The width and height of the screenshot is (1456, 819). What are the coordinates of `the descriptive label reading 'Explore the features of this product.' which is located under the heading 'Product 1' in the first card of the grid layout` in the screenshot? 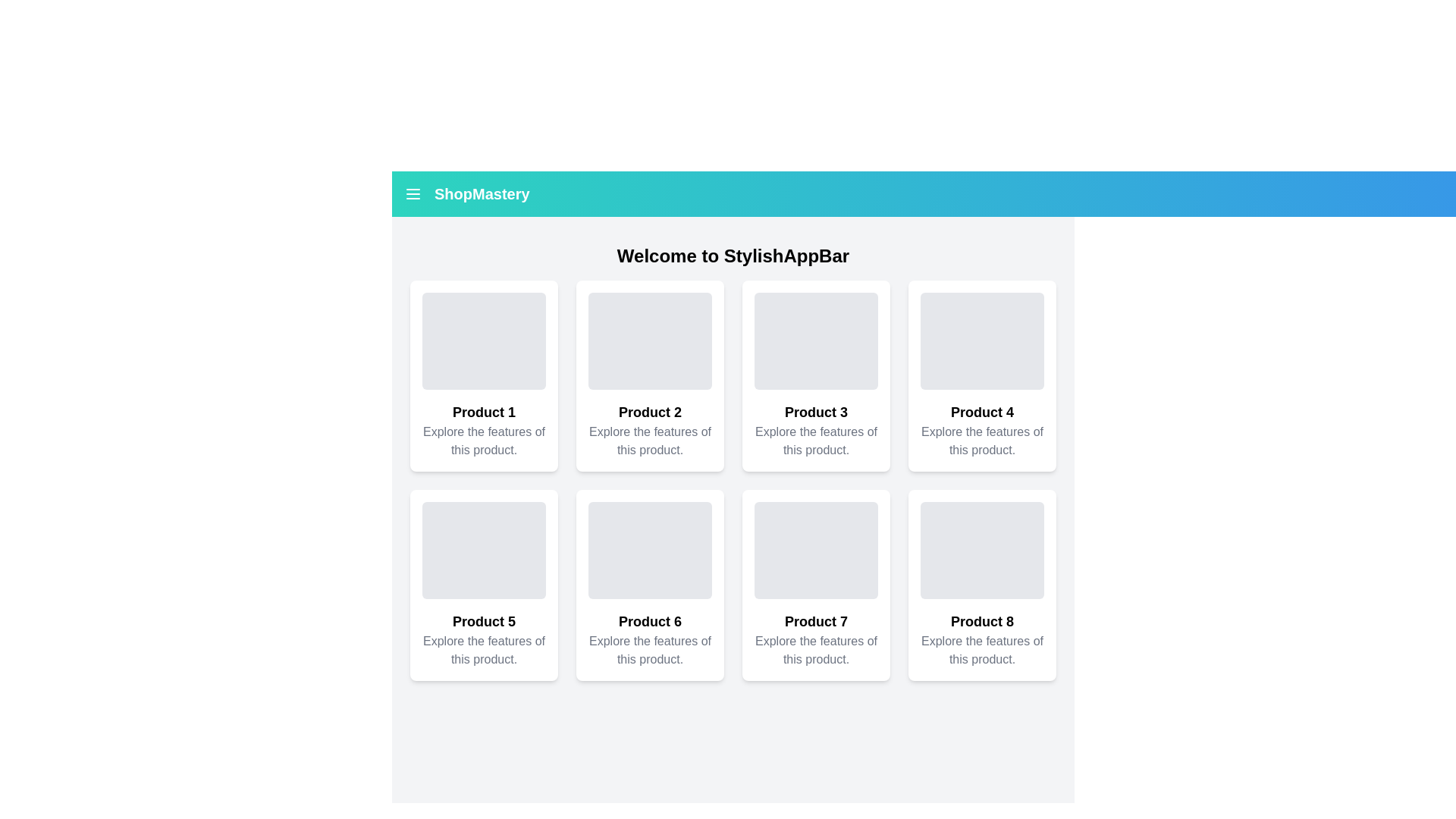 It's located at (483, 441).